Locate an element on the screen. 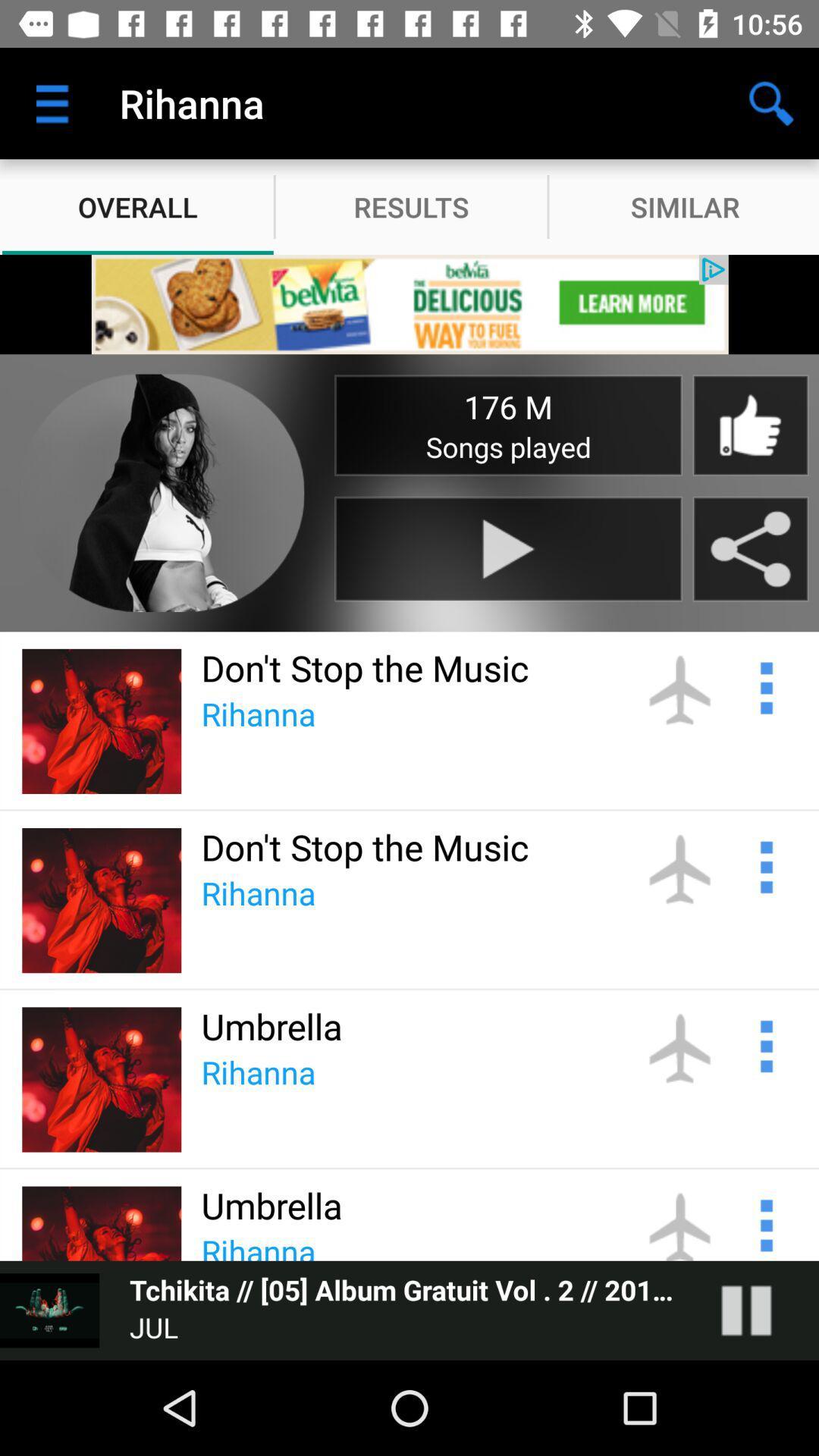 Image resolution: width=819 pixels, height=1456 pixels. like the item is located at coordinates (749, 425).